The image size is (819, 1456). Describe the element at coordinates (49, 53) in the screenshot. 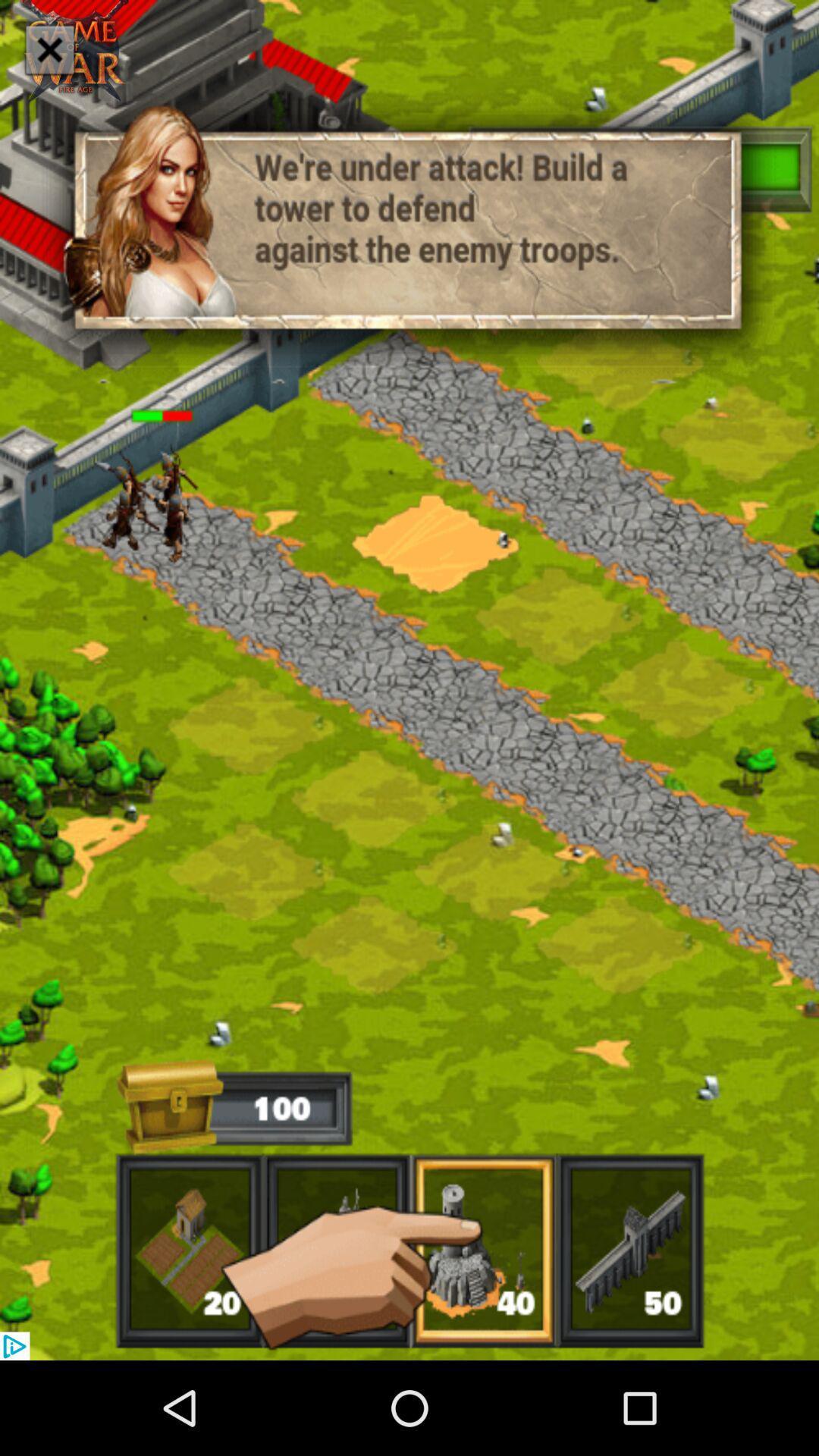

I see `the close icon` at that location.